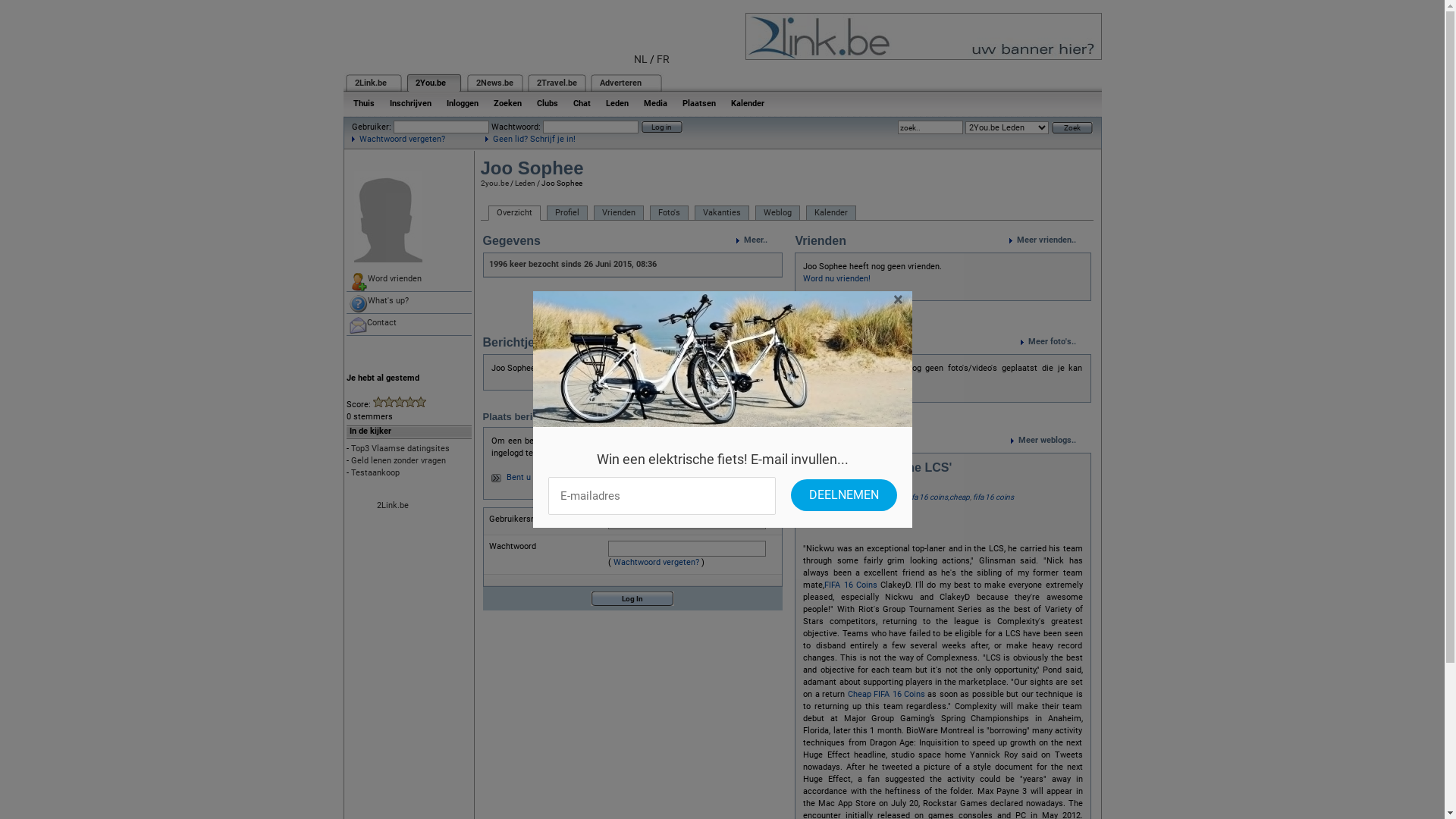 This screenshot has width=1456, height=819. I want to click on 'Top3 Vlaamse datingsites', so click(349, 447).